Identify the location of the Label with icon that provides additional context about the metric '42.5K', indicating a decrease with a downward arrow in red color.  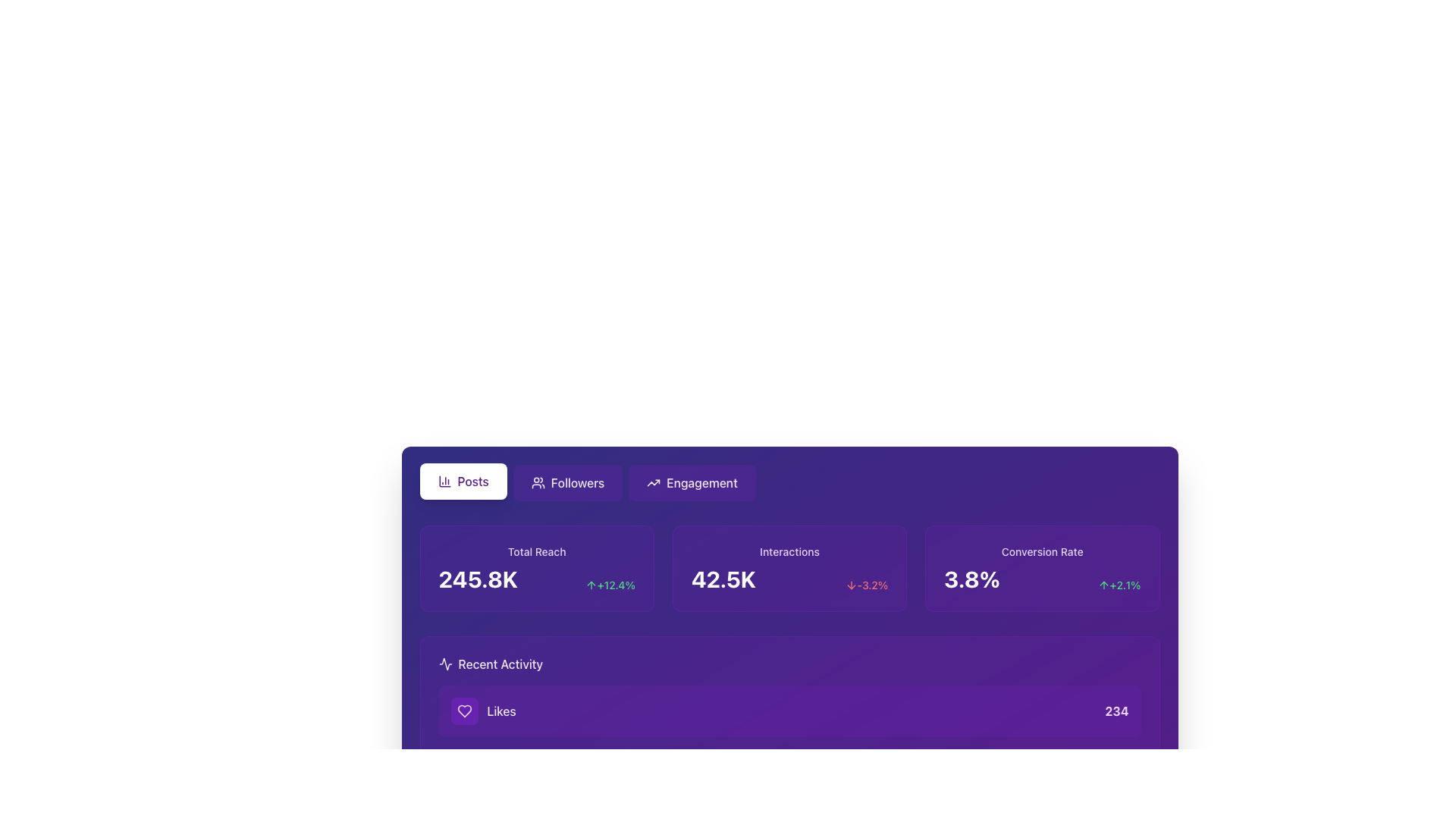
(866, 584).